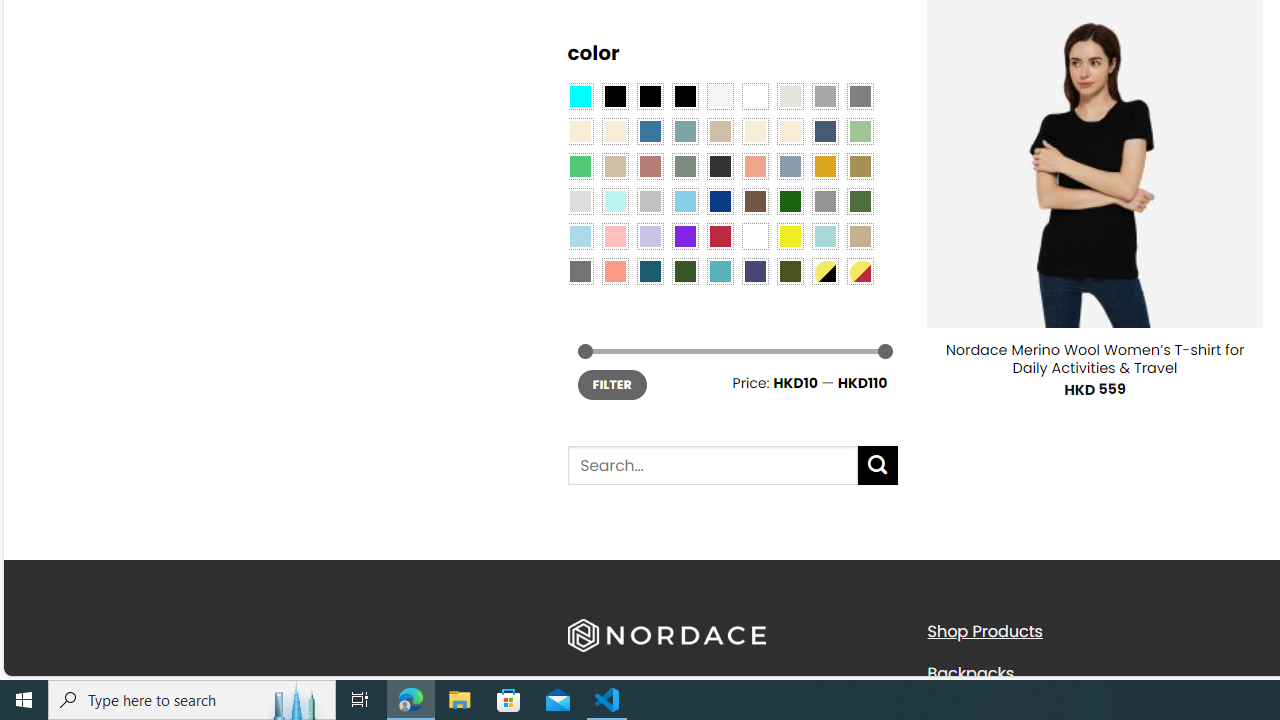 This screenshot has height=720, width=1280. Describe the element at coordinates (1091, 673) in the screenshot. I see `'Backpacks'` at that location.